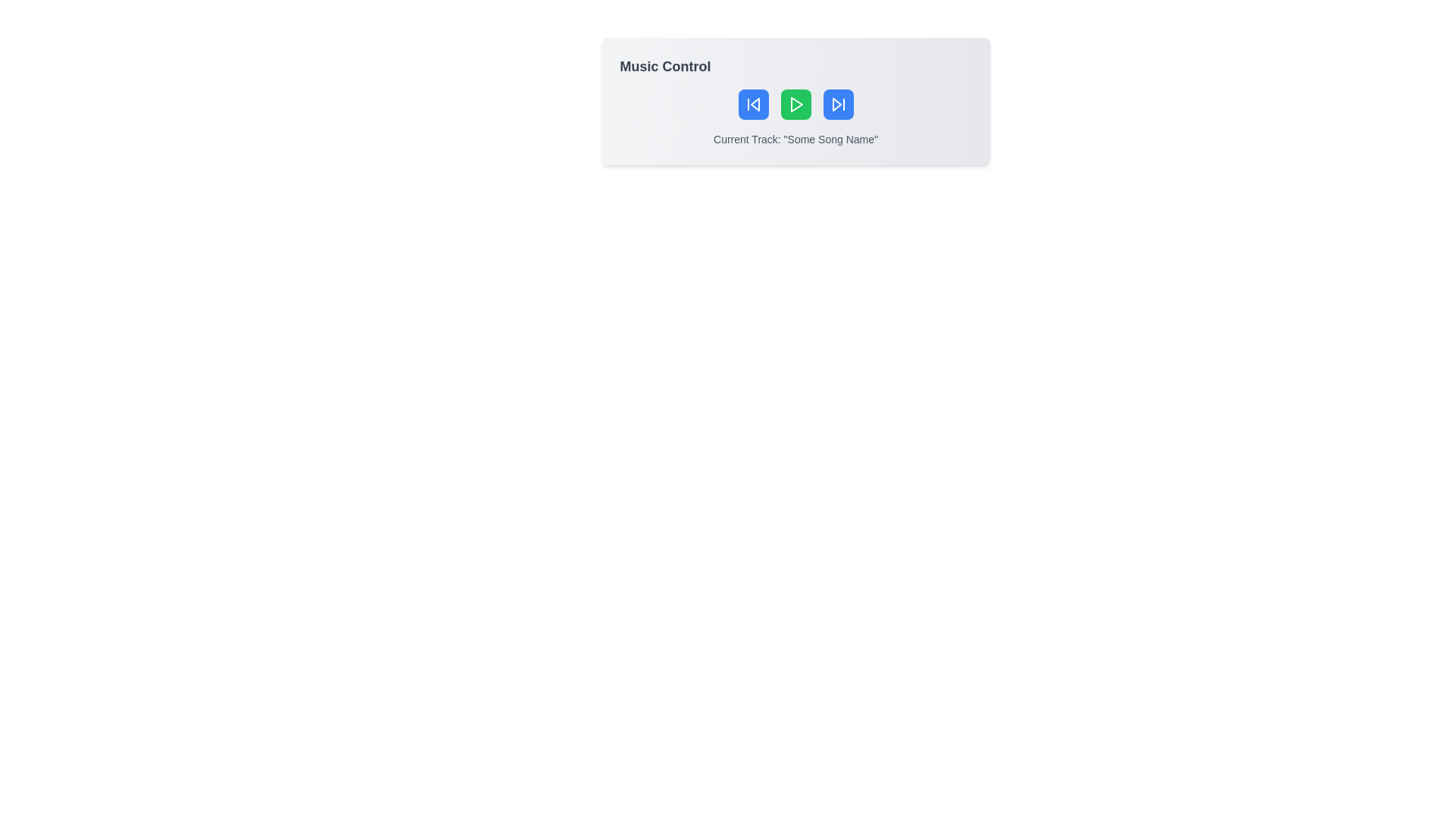  Describe the element at coordinates (836, 104) in the screenshot. I see `the rightmost button containing the triangular arrow symbol representing the 'Skip Forward' action` at that location.